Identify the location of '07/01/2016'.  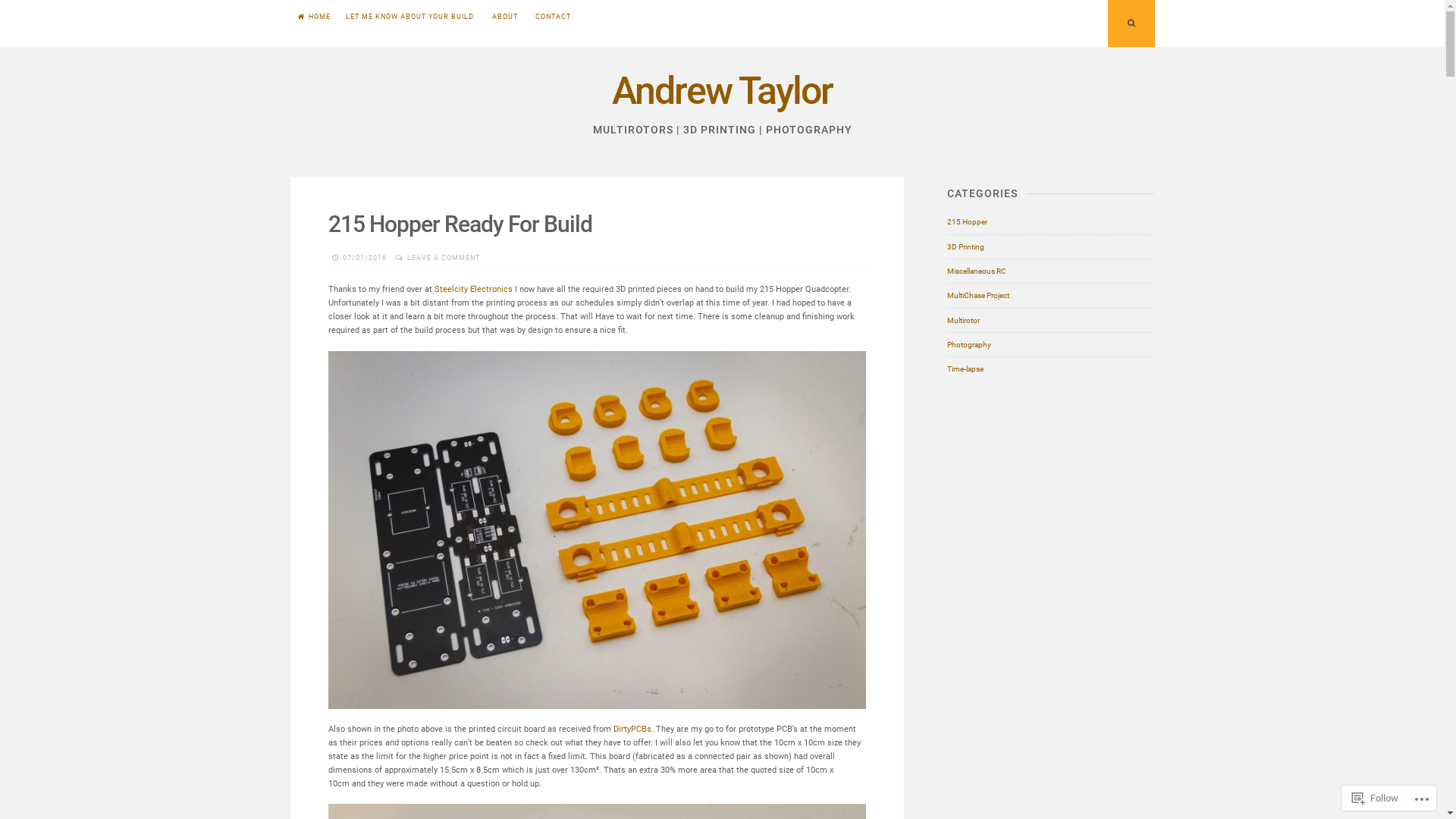
(364, 256).